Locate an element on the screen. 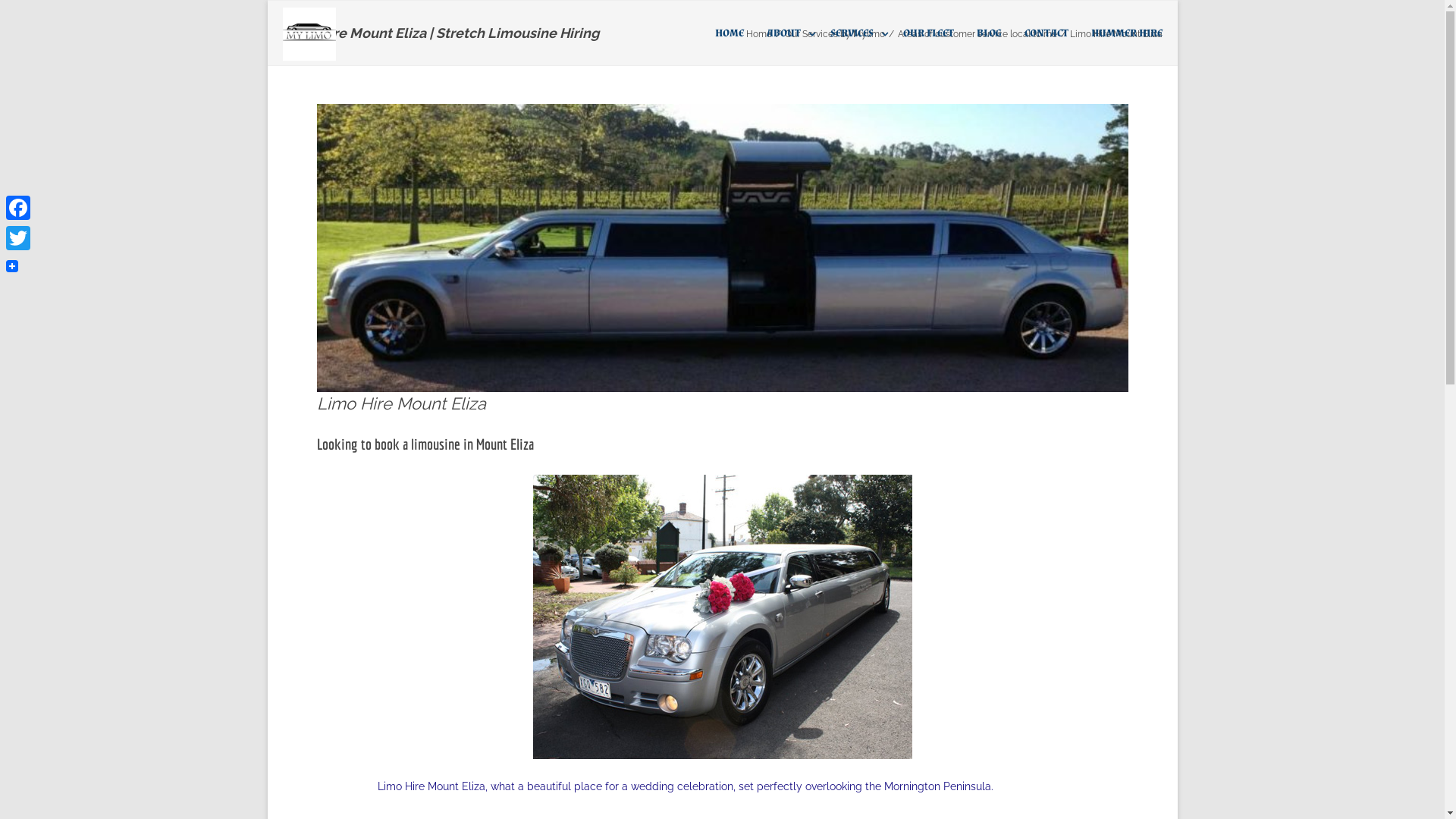 The width and height of the screenshot is (1456, 819). 'BLOG' is located at coordinates (989, 33).